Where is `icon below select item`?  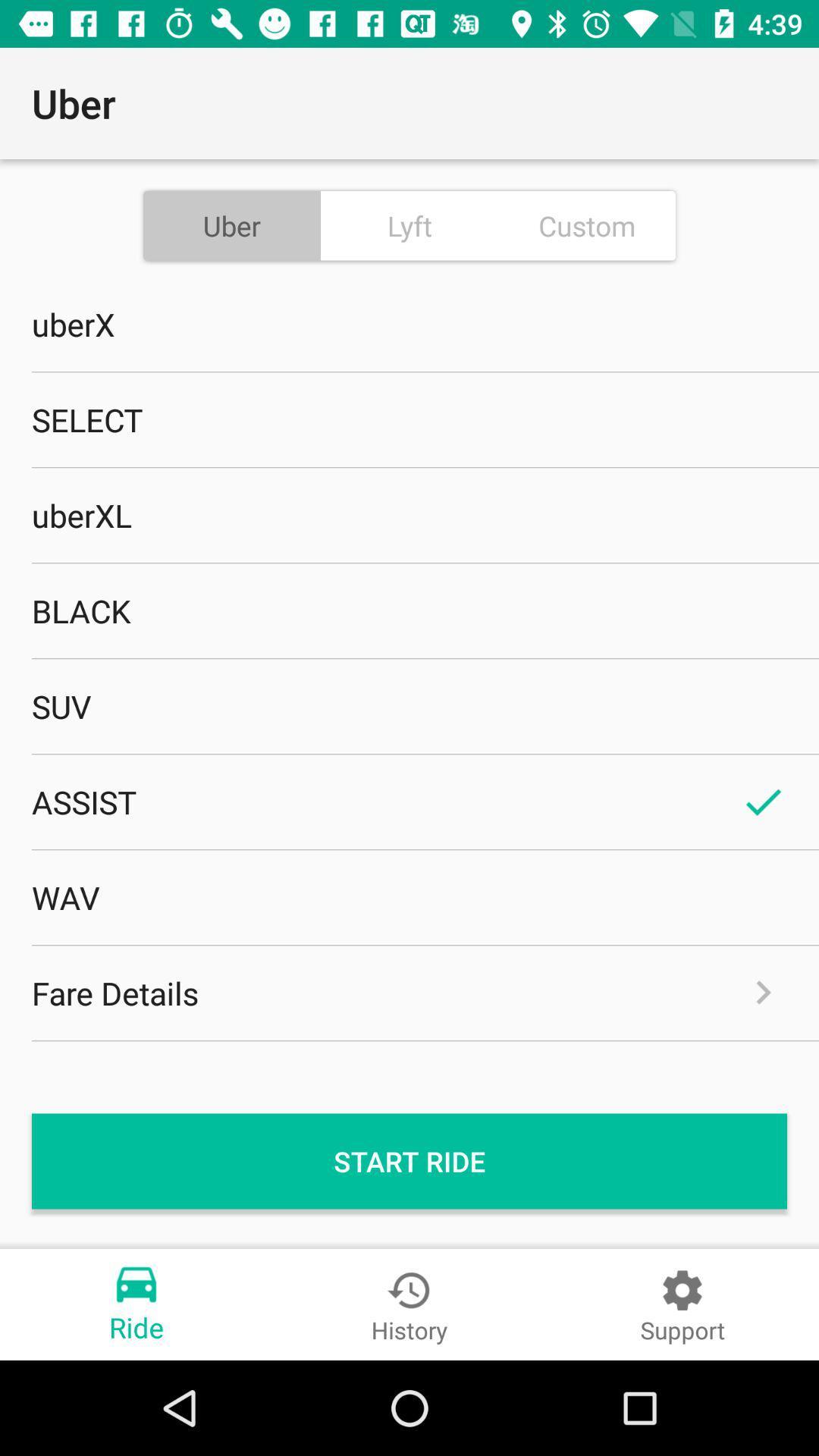
icon below select item is located at coordinates (409, 515).